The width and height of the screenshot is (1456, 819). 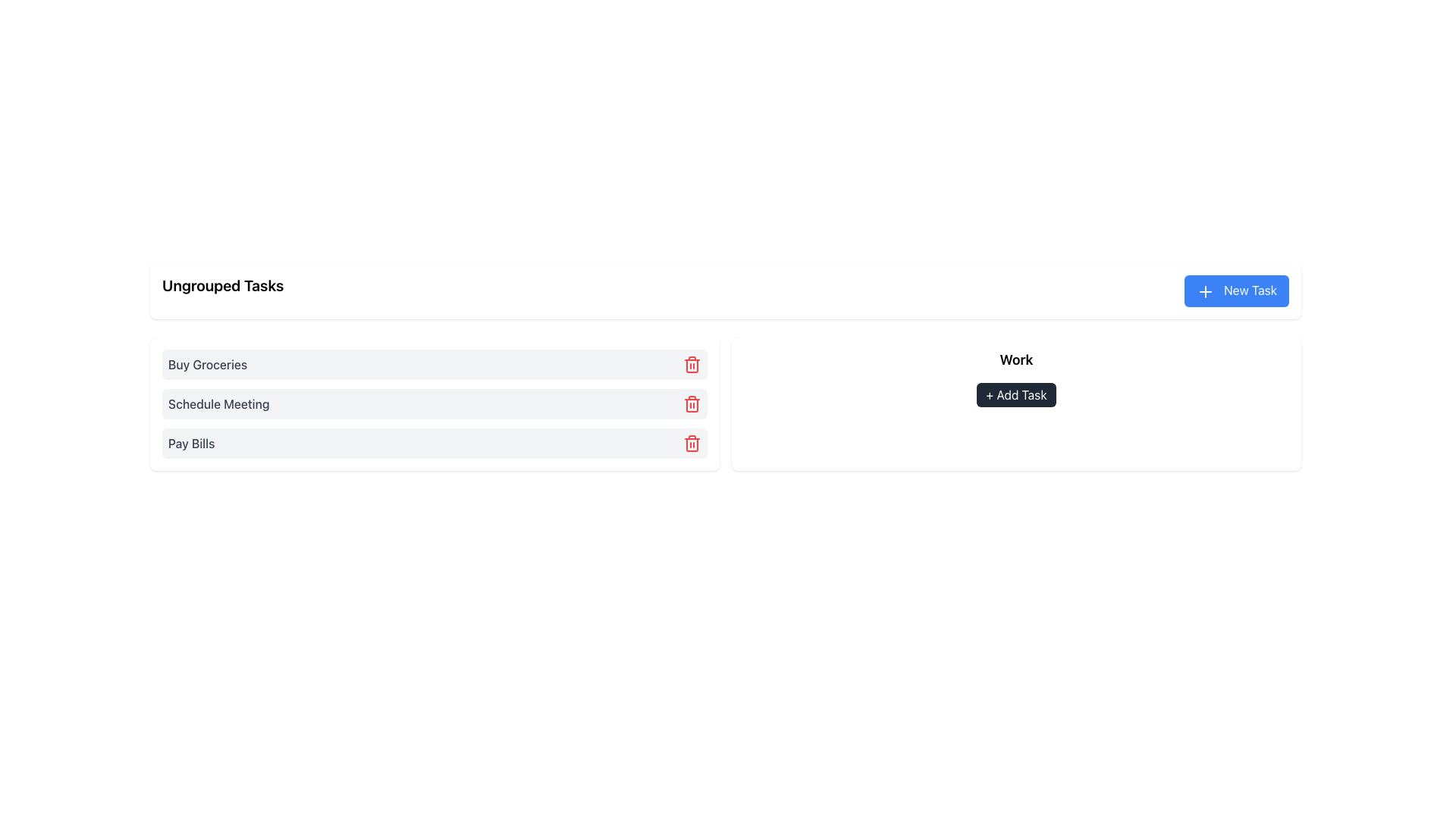 What do you see at coordinates (1204, 291) in the screenshot?
I see `the plus icon located inside the blue rectangular 'New Task' button in the upper-right area of the layout` at bounding box center [1204, 291].